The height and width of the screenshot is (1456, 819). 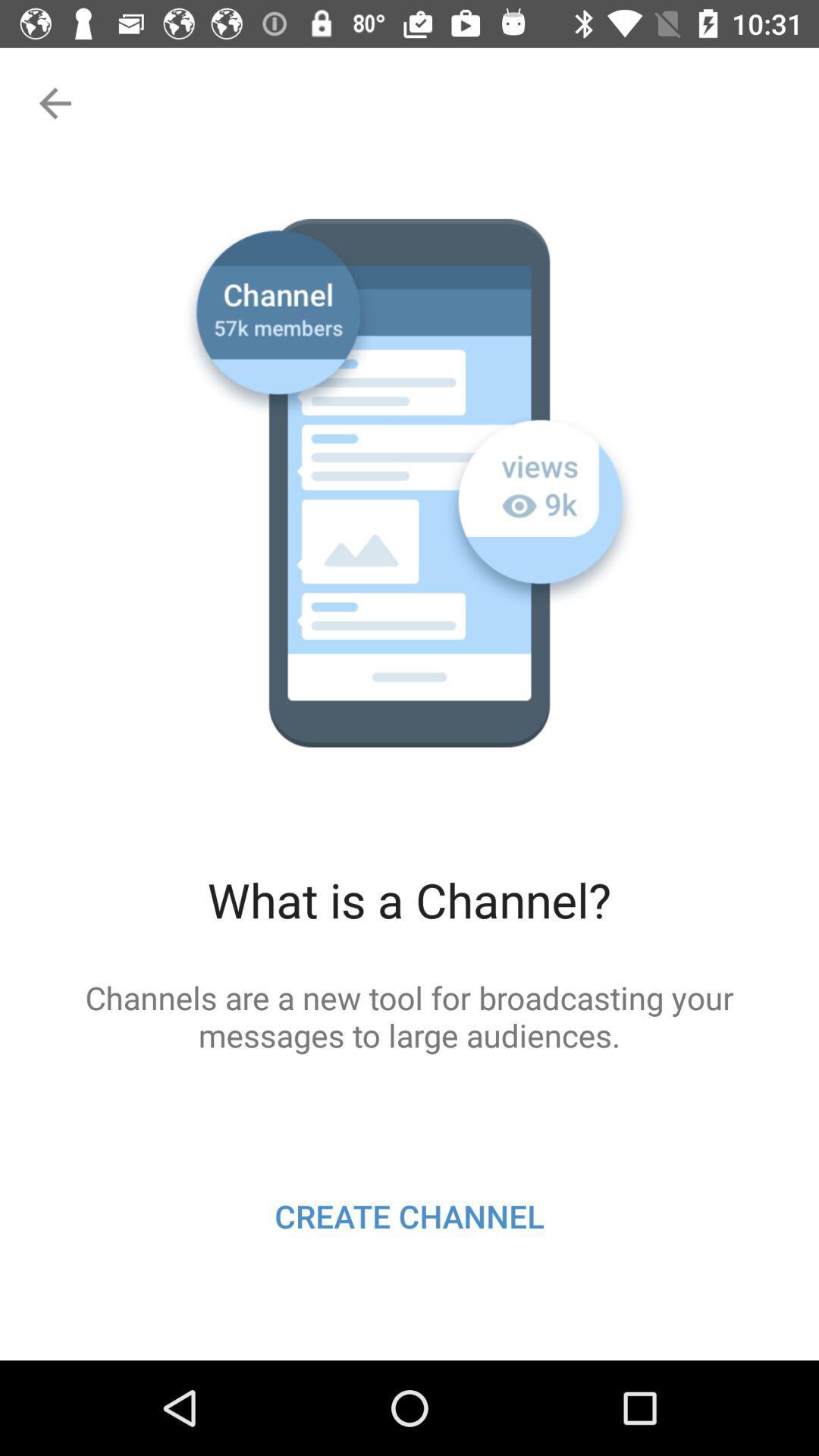 I want to click on go back, so click(x=52, y=102).